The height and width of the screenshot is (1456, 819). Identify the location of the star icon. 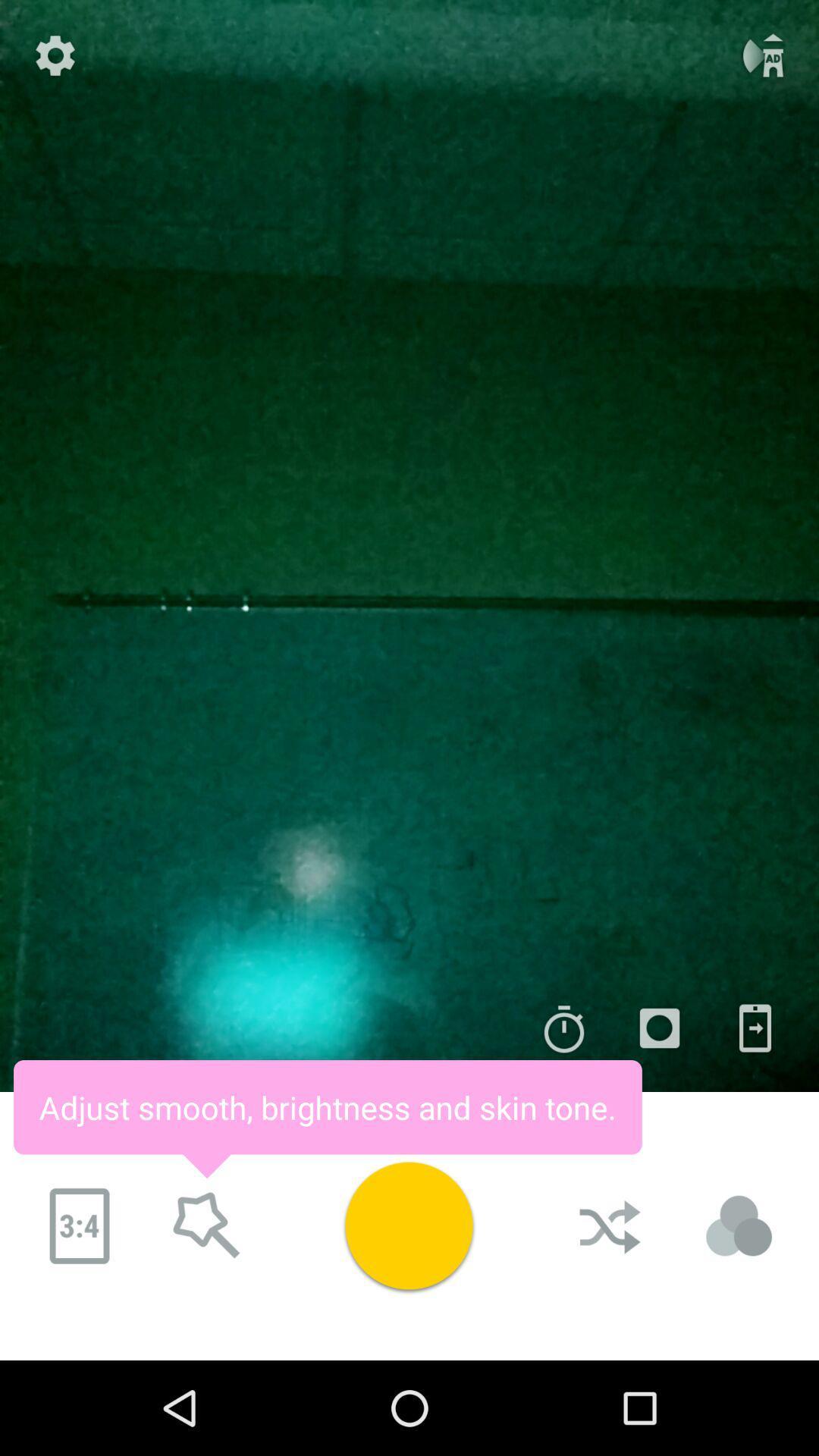
(207, 1226).